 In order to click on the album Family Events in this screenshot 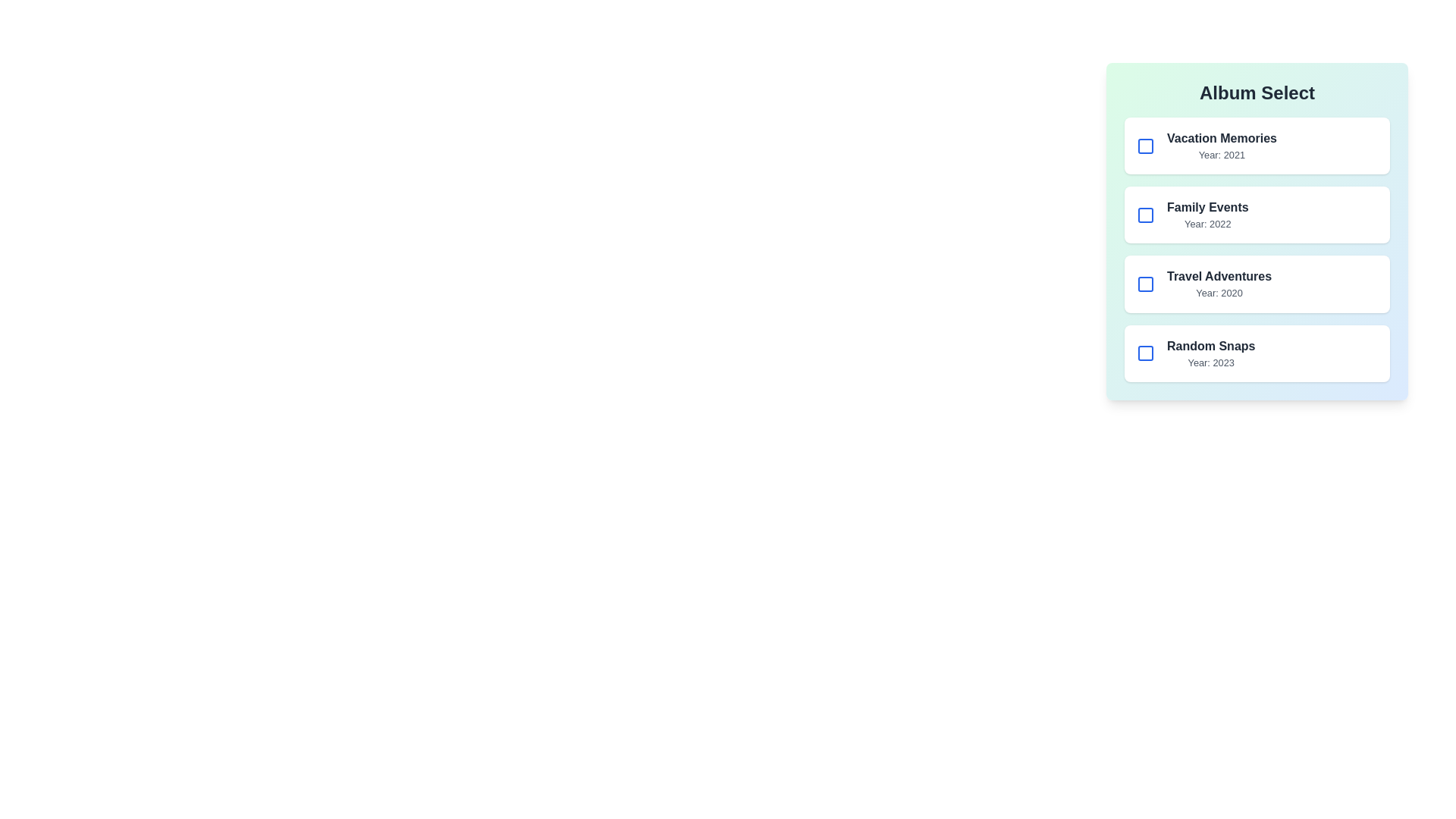, I will do `click(1146, 215)`.